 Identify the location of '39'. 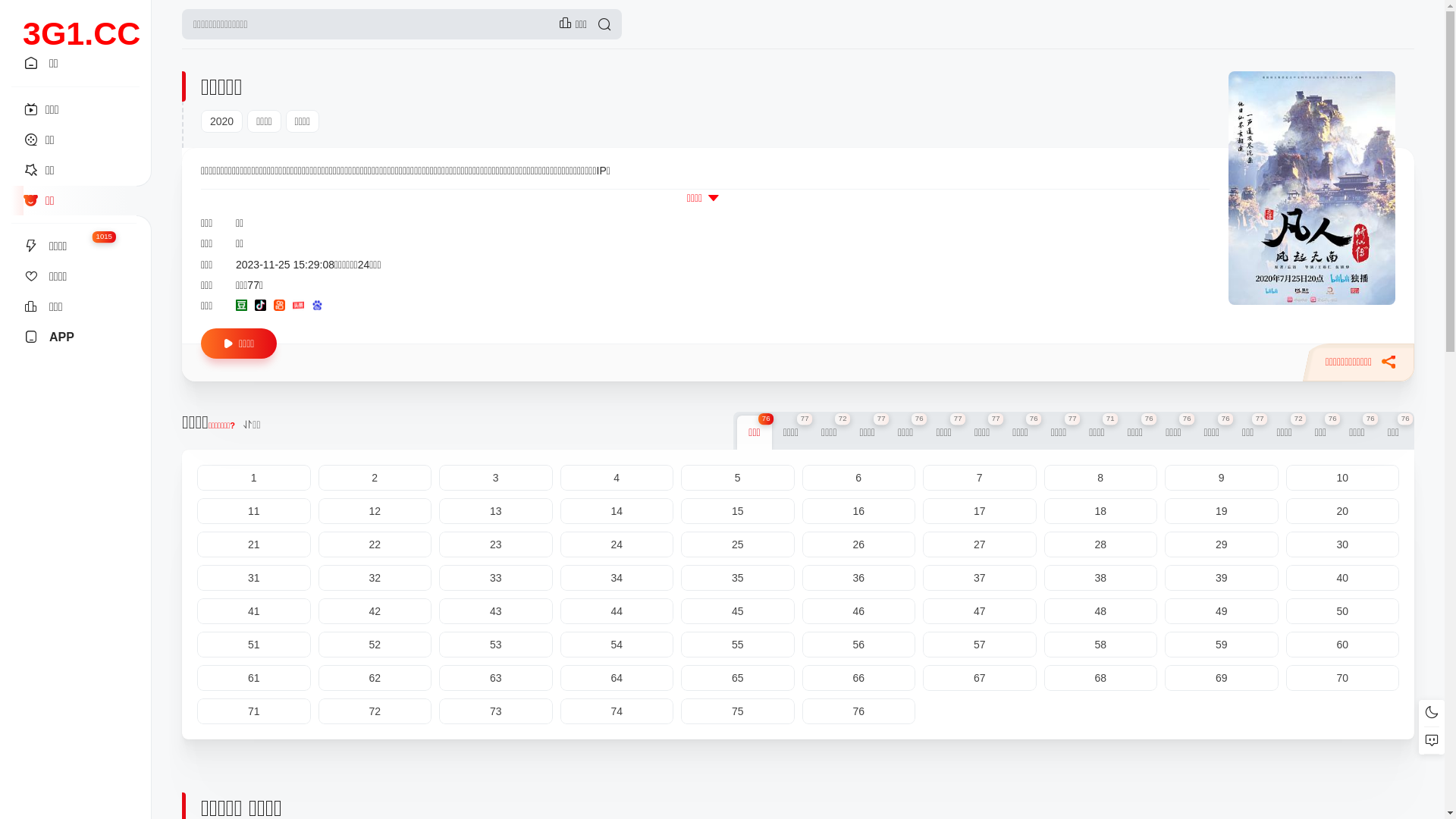
(1164, 578).